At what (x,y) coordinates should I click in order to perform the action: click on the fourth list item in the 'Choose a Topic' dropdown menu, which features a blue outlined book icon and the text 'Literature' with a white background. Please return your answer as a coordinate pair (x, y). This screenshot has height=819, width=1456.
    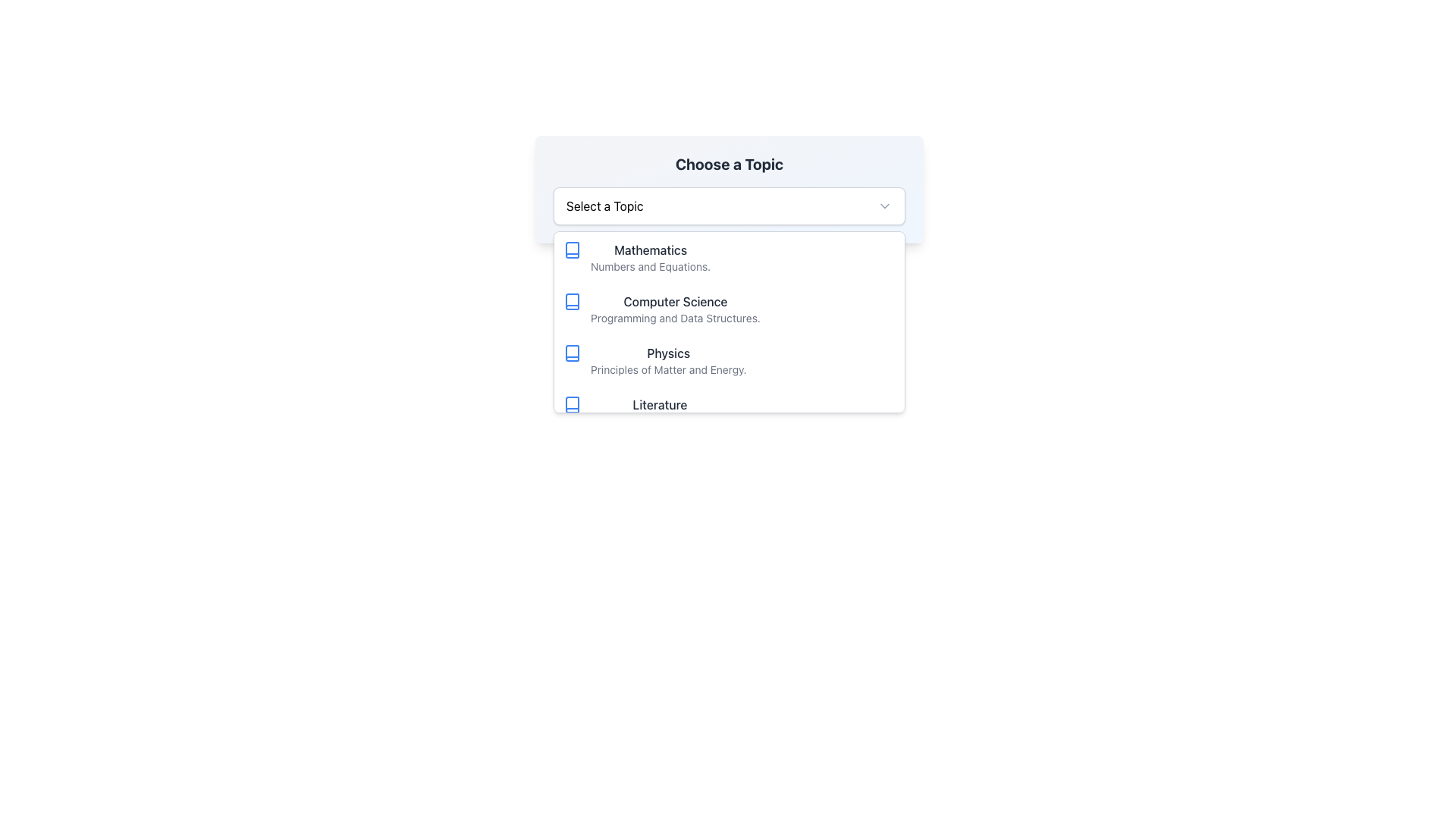
    Looking at the image, I should click on (729, 412).